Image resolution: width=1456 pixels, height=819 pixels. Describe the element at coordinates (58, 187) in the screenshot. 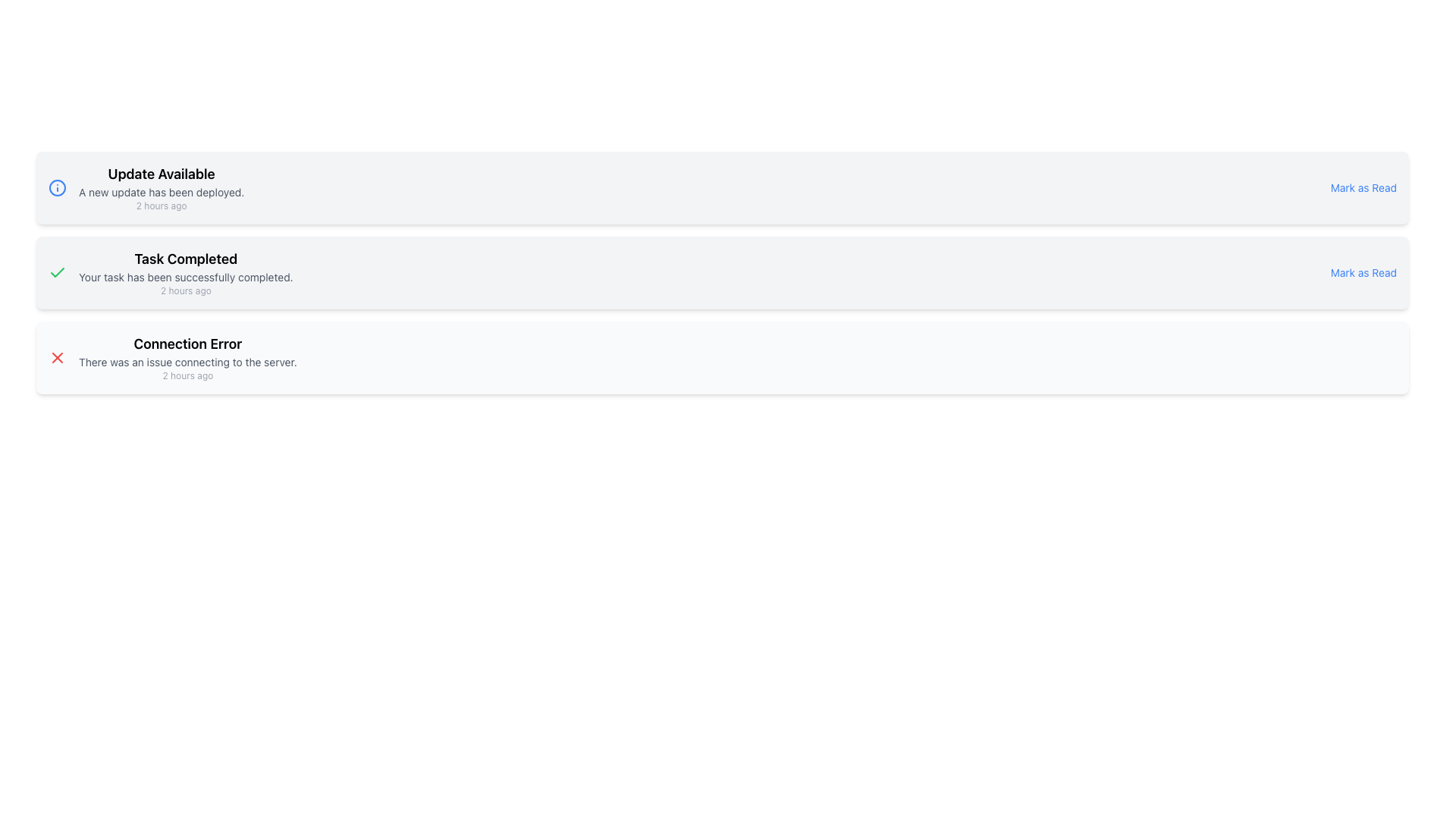

I see `the blue circular outline icon preceding the 'Update Available' notification text, which is the outermost circular shape in the SVG element` at that location.